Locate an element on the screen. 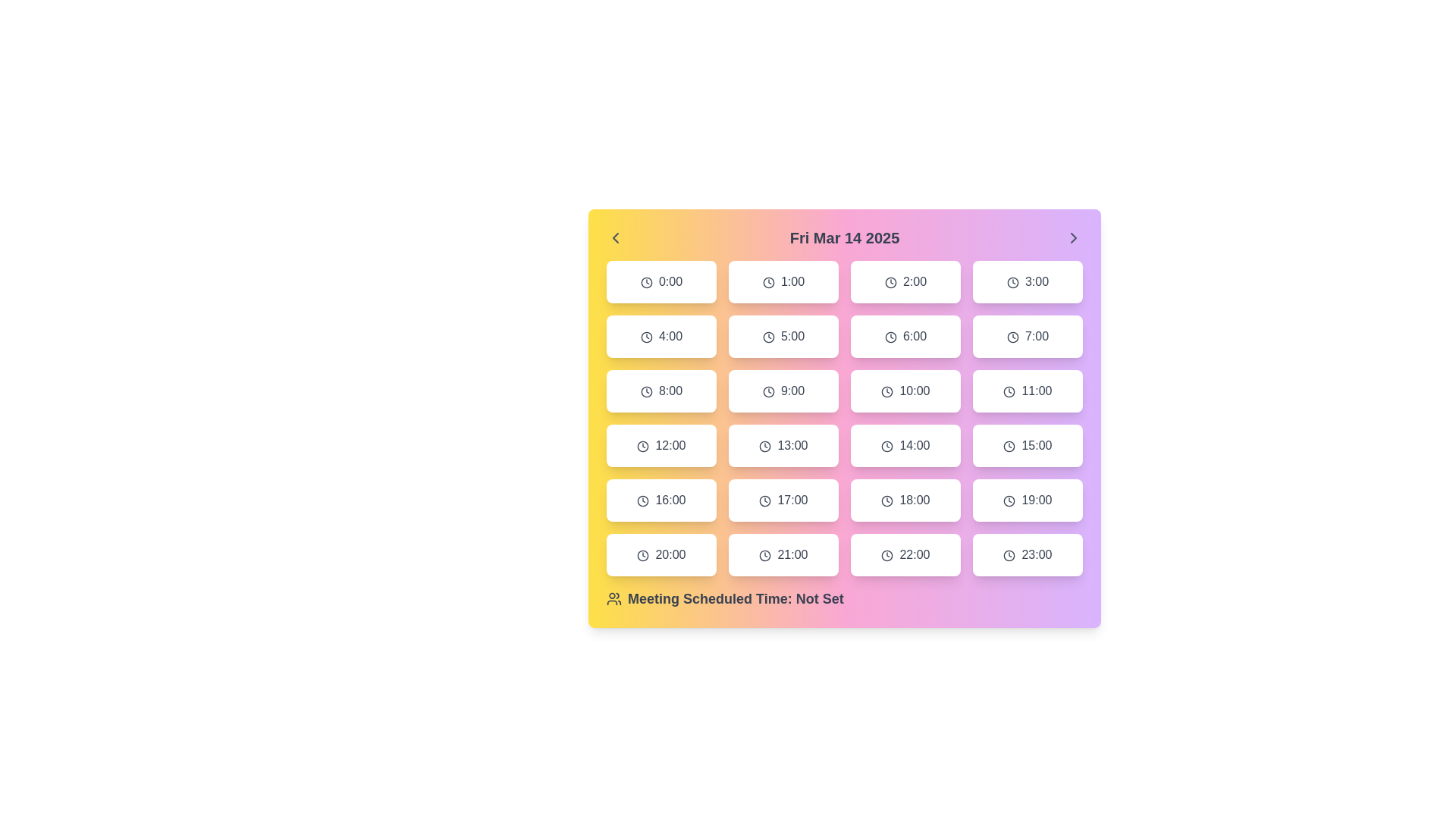  the rectangular button with rounded corners displaying the time '3:00' and a clock icon on the left is located at coordinates (1028, 281).